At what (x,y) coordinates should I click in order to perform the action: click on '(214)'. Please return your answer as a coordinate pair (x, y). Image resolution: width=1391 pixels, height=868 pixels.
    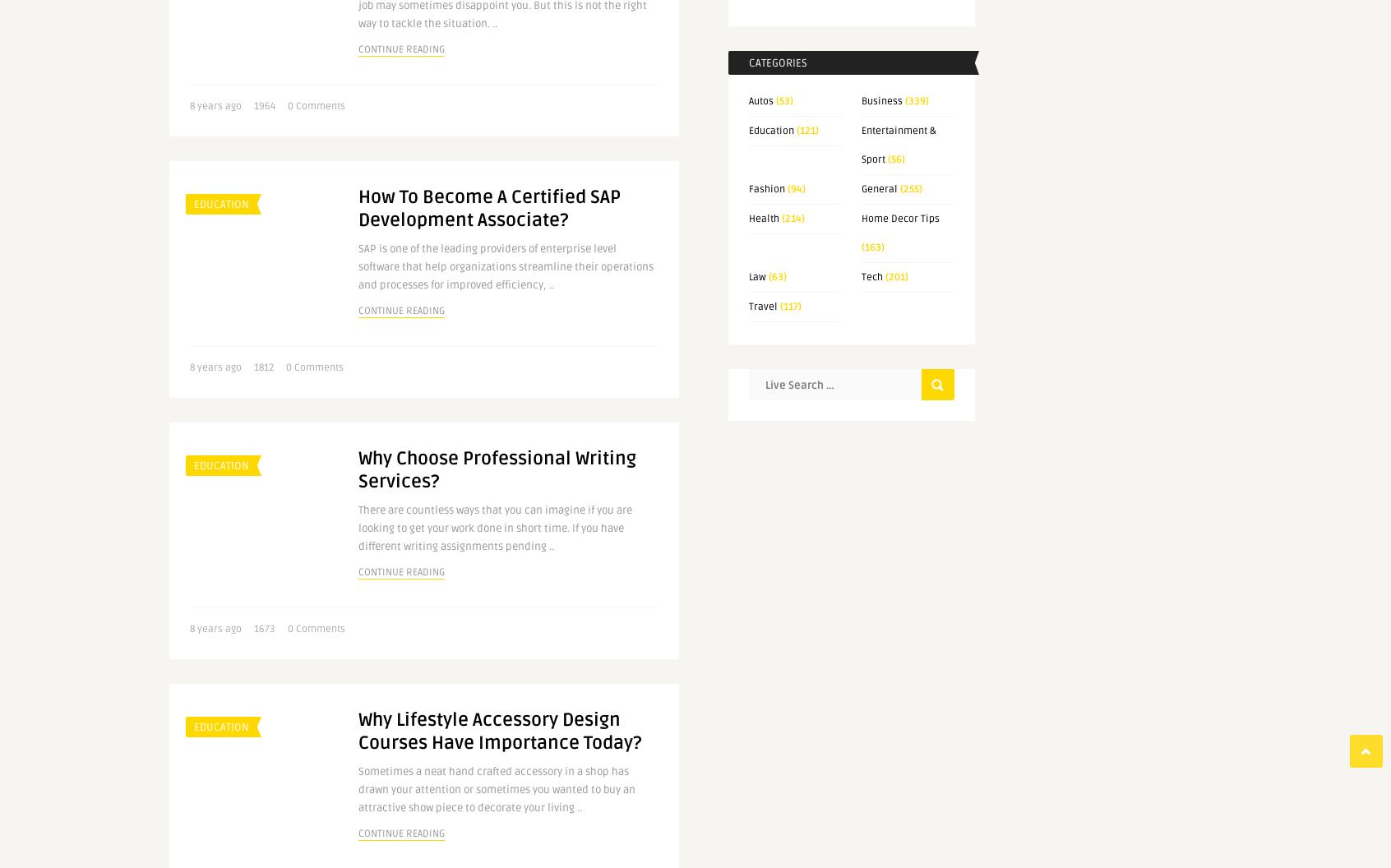
    Looking at the image, I should click on (792, 219).